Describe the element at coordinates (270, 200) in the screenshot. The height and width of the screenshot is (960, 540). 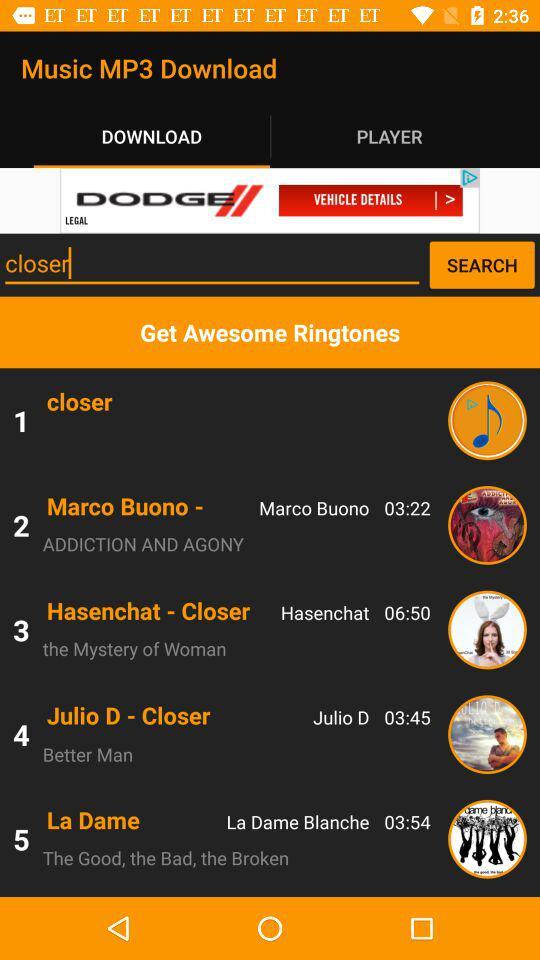
I see `click on advertisement` at that location.